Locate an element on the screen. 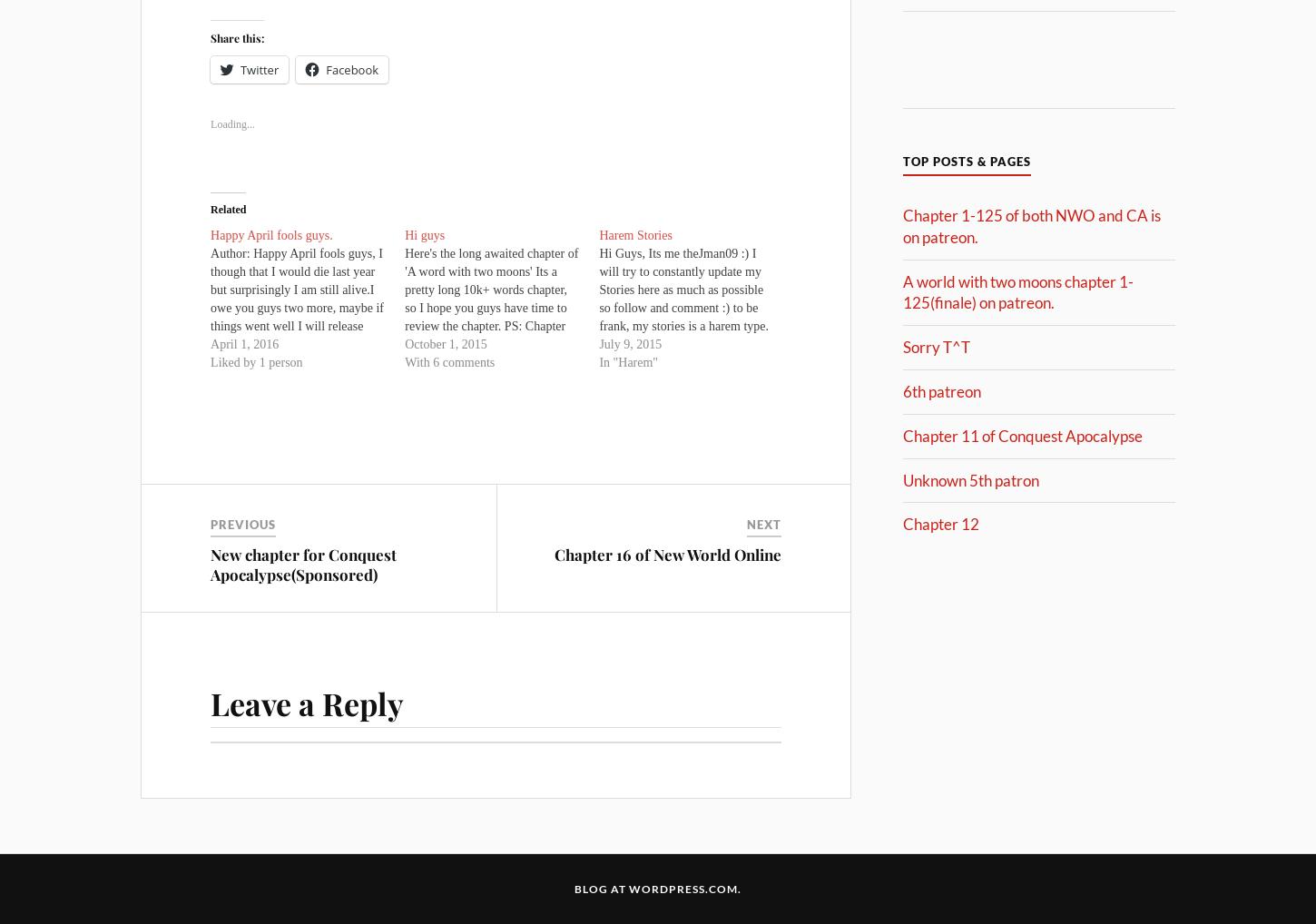 The height and width of the screenshot is (924, 1316). 'Previous' is located at coordinates (210, 519).